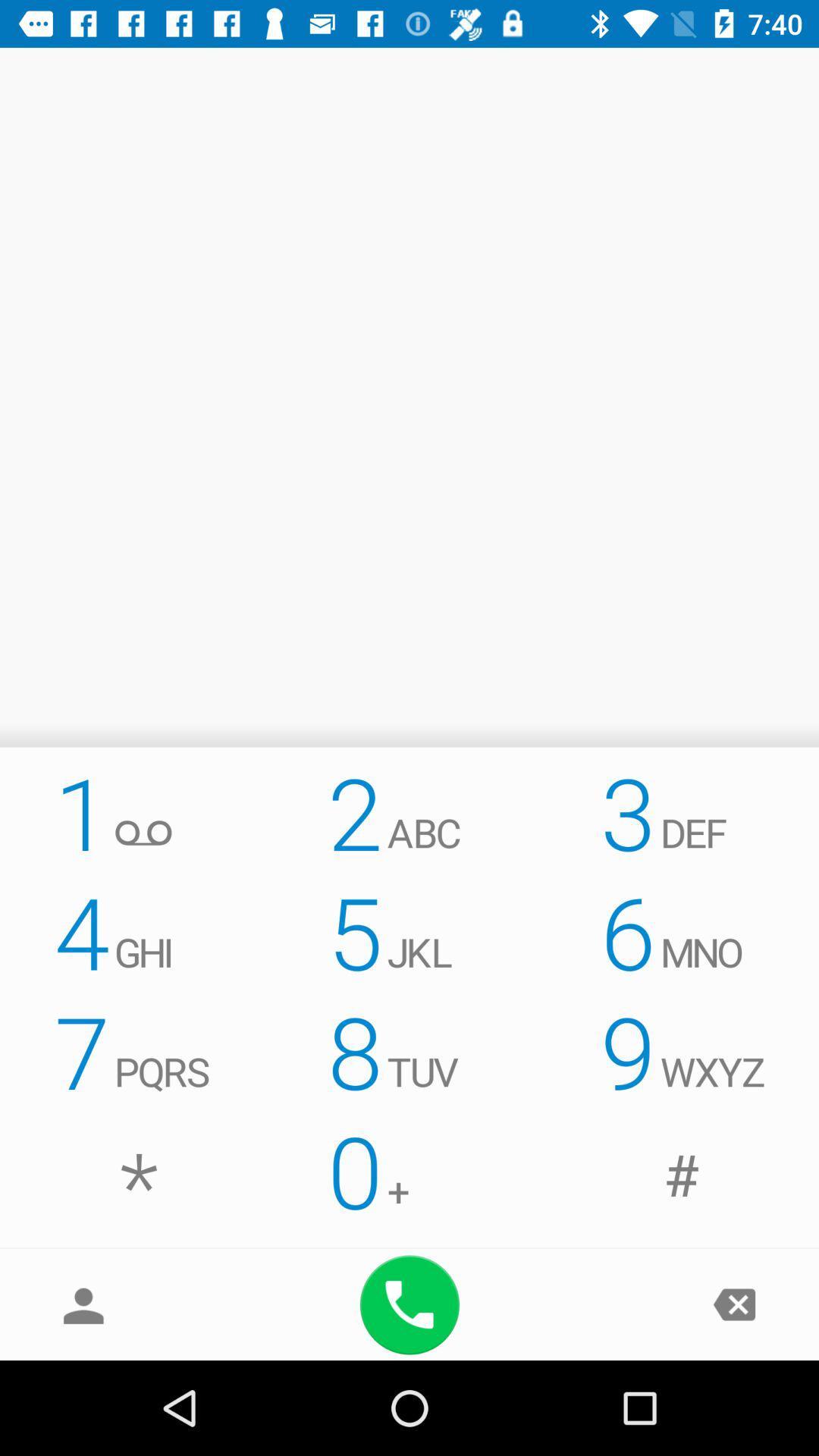  Describe the element at coordinates (83, 1304) in the screenshot. I see `the avatar icon` at that location.